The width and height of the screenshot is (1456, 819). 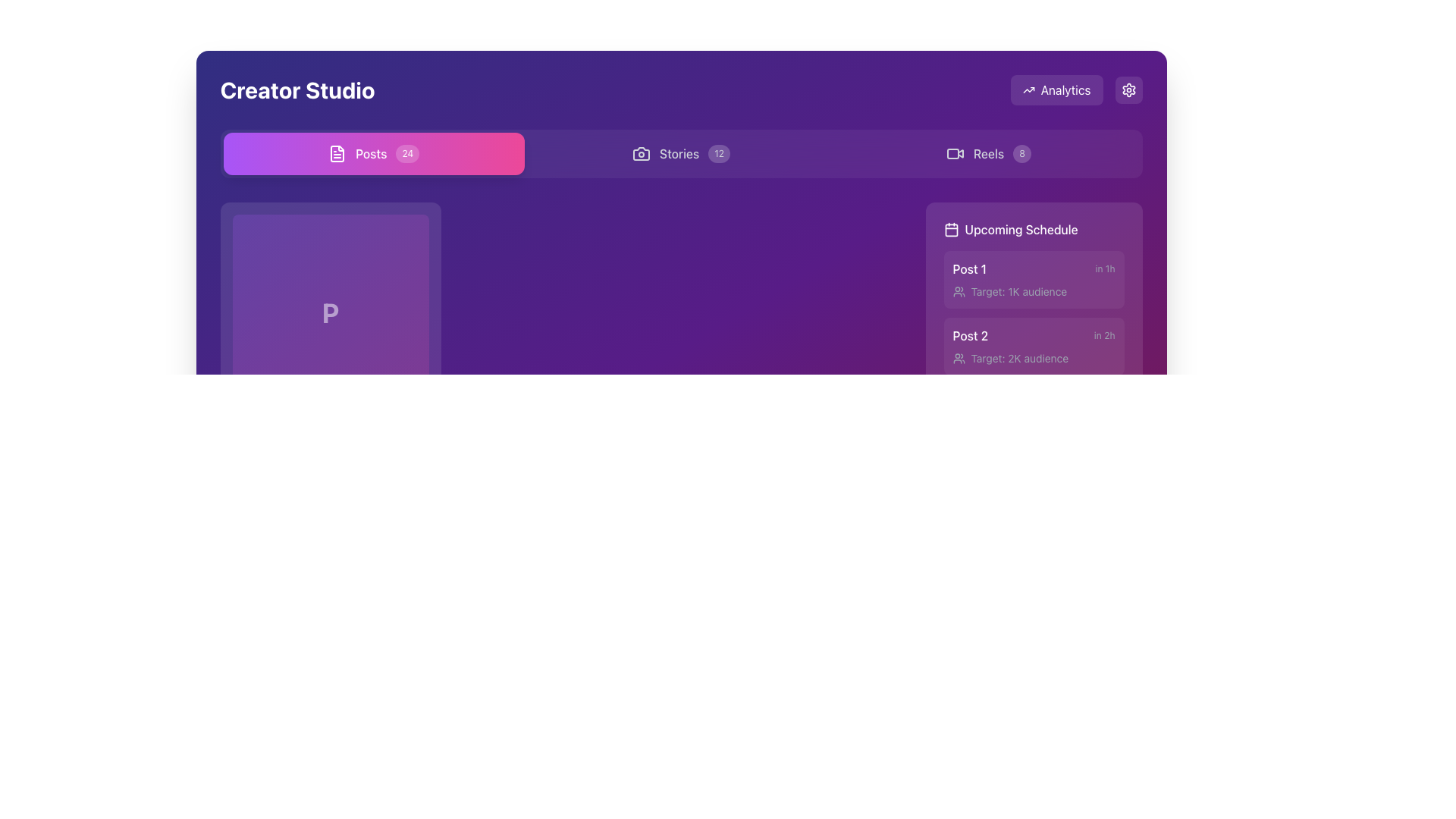 What do you see at coordinates (958, 292) in the screenshot?
I see `the user group icon located to the left of the text 'Target: 1K audience' in the 'Post 1' section of the 'Upcoming Schedule' list` at bounding box center [958, 292].